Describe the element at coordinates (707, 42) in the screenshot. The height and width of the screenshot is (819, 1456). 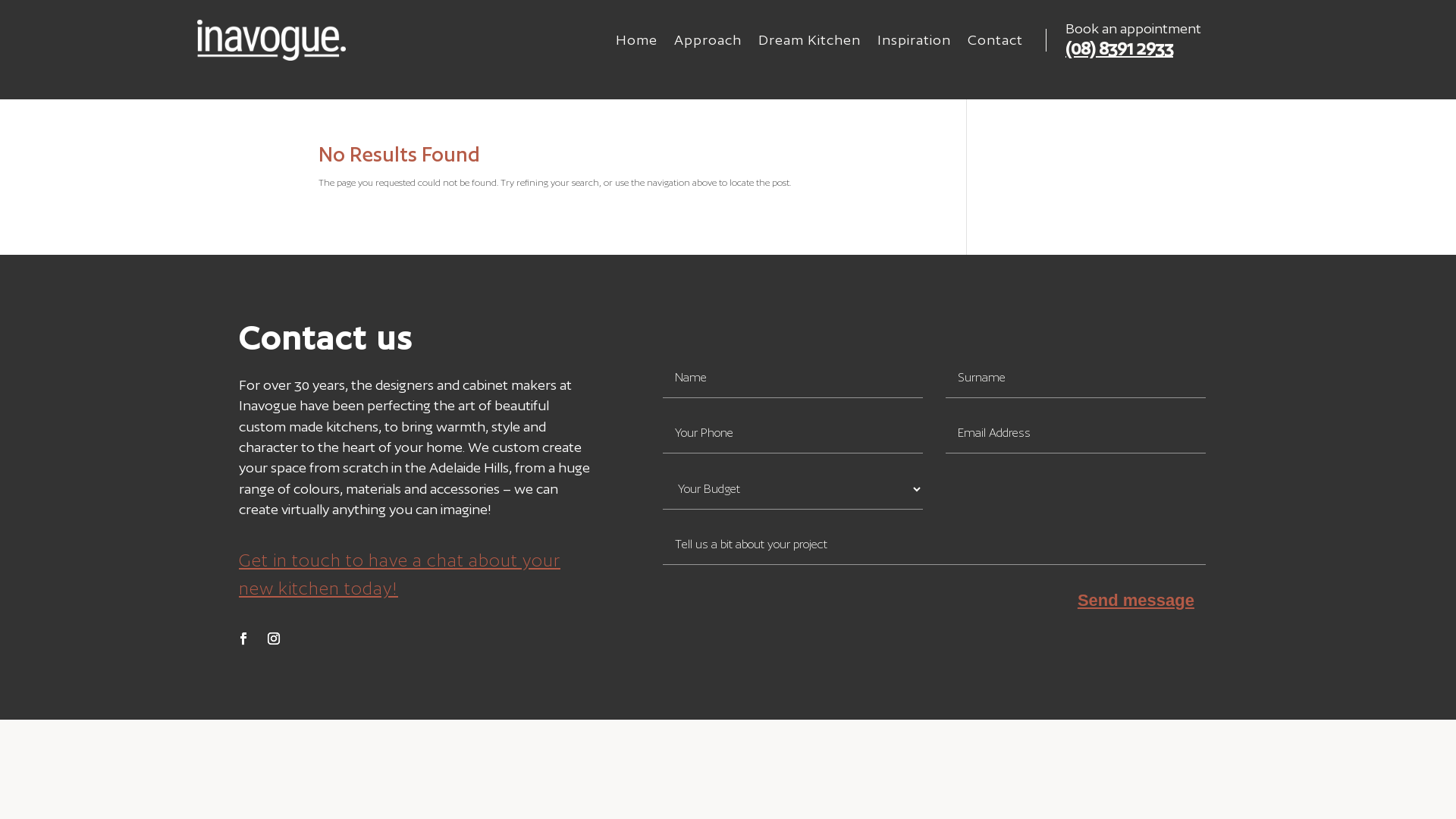
I see `'Approach'` at that location.